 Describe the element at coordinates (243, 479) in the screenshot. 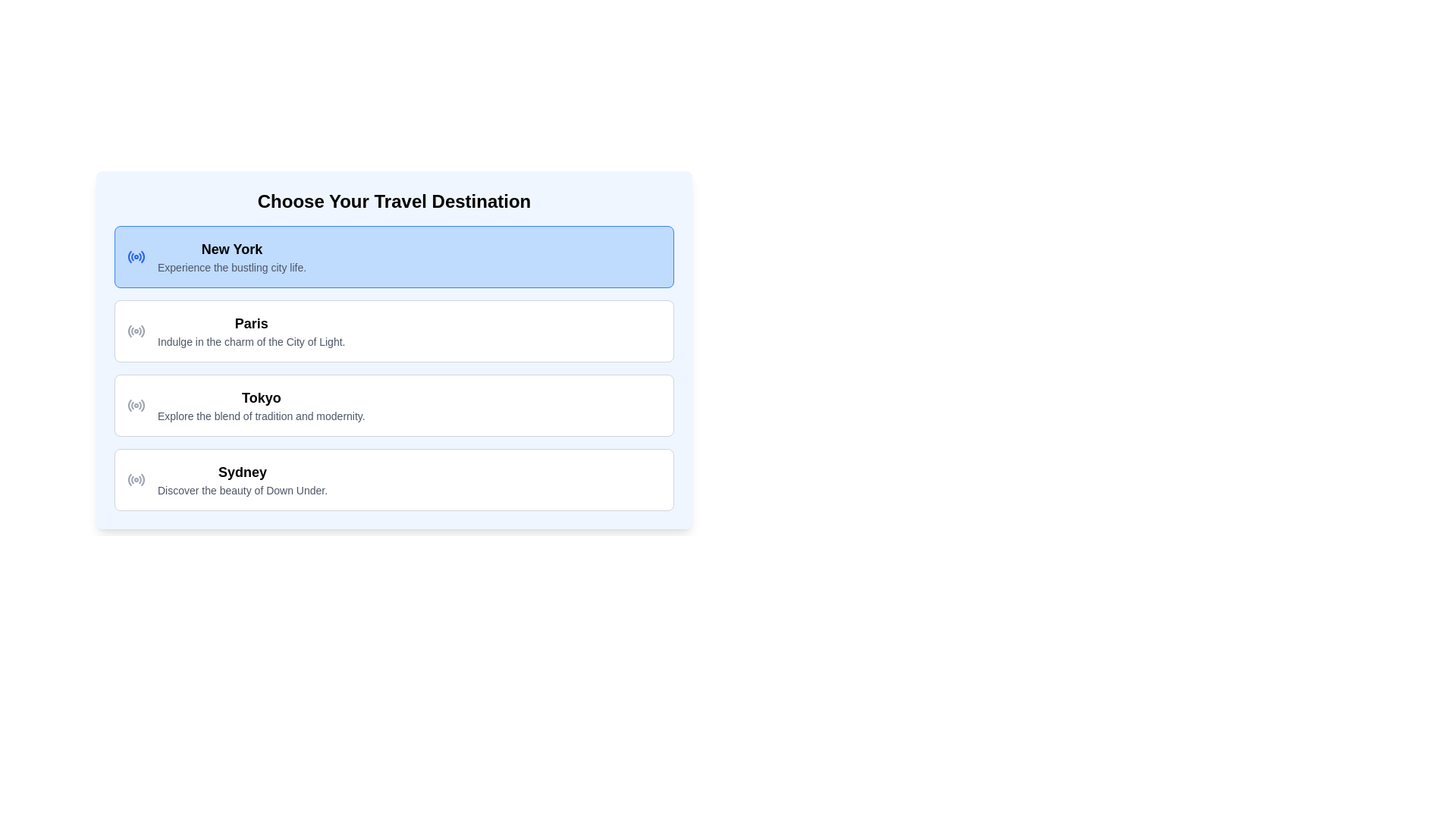

I see `the textual display block that features a bold title 'Sydney' and a smaller description 'Discover the beauty of Down Under', located at the bottom of a vertically stacked list of content cards` at that location.